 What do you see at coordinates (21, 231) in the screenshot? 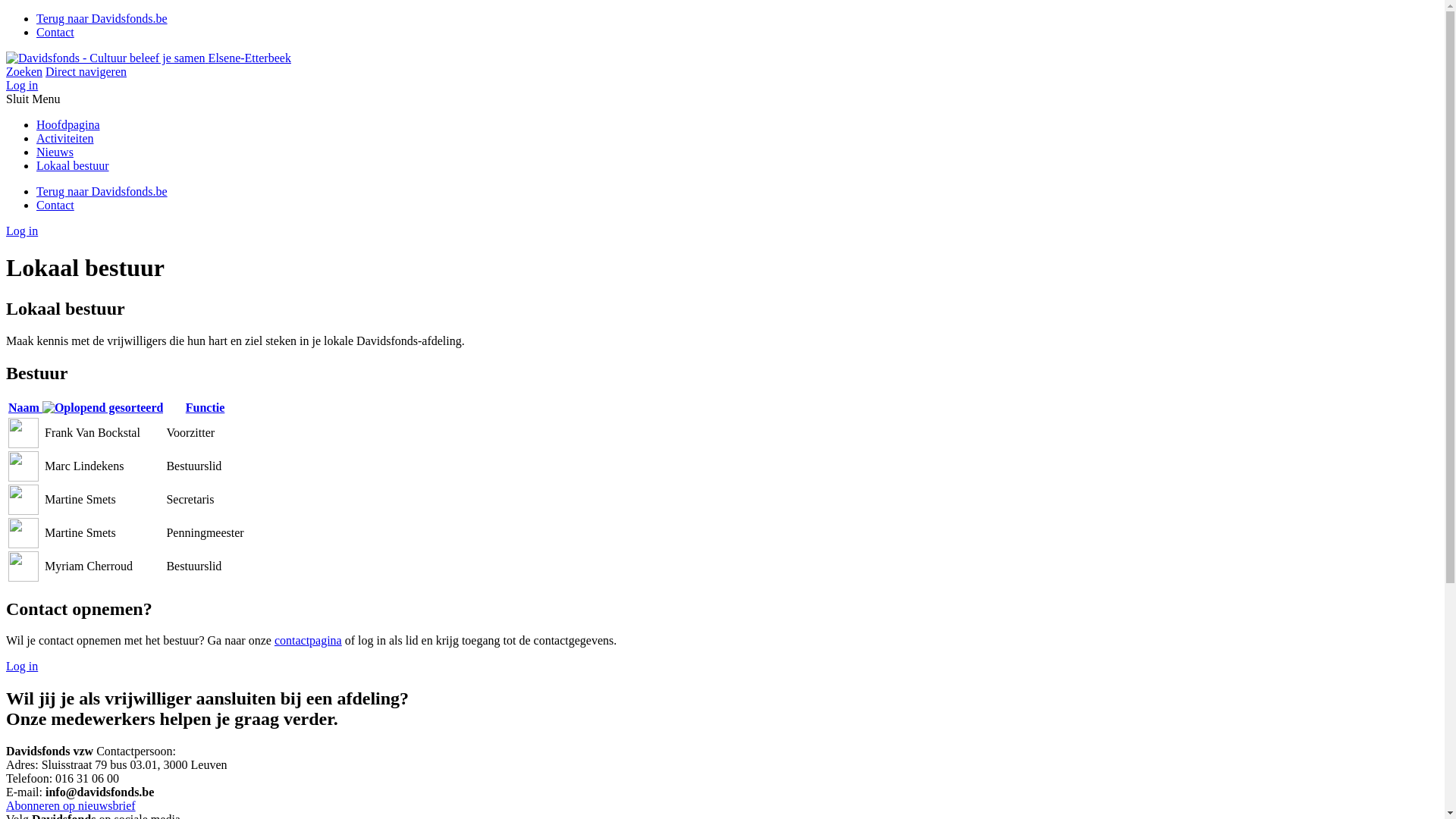
I see `'Log in'` at bounding box center [21, 231].